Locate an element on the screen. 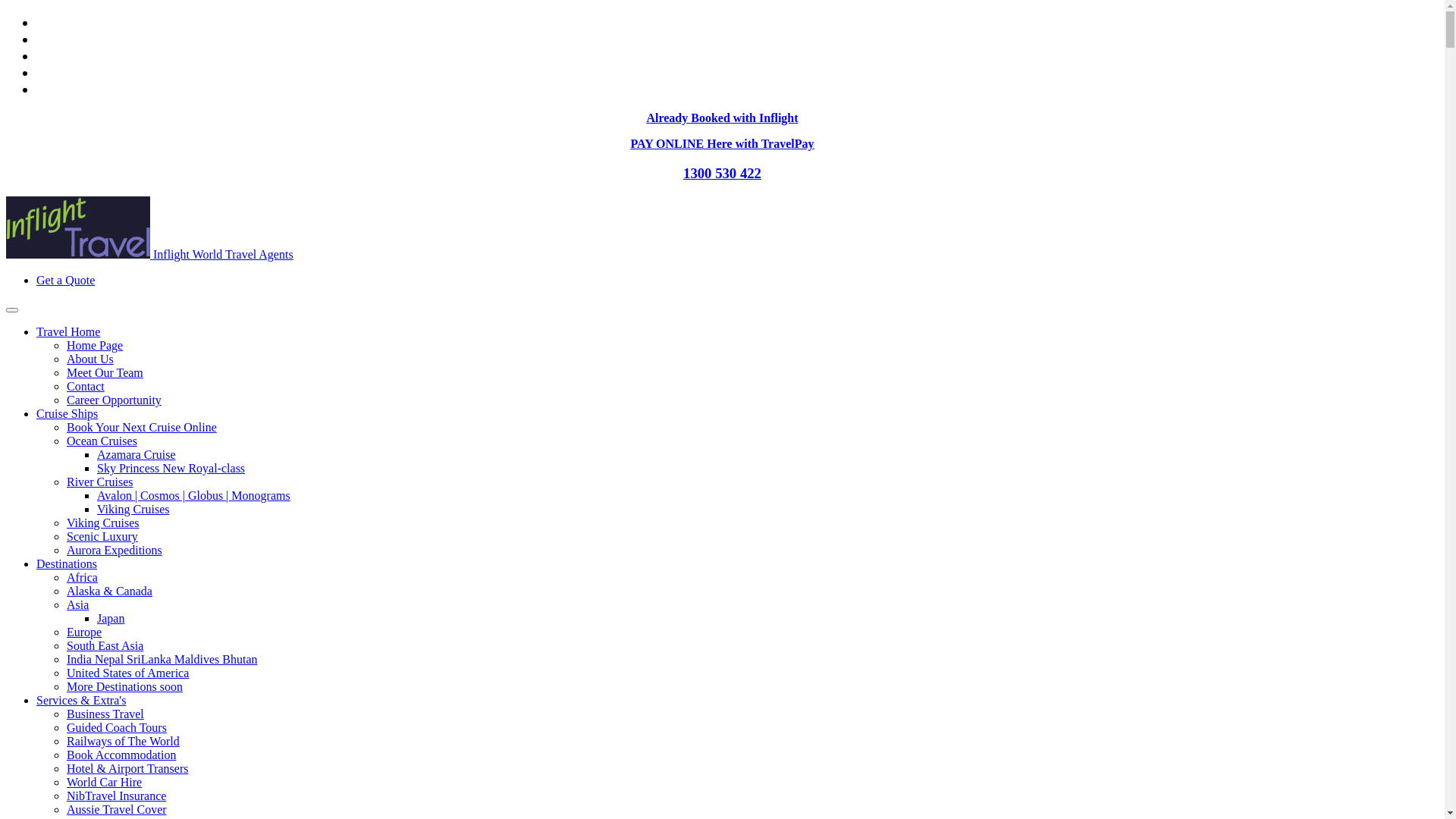  'Viking Cruises' is located at coordinates (65, 522).